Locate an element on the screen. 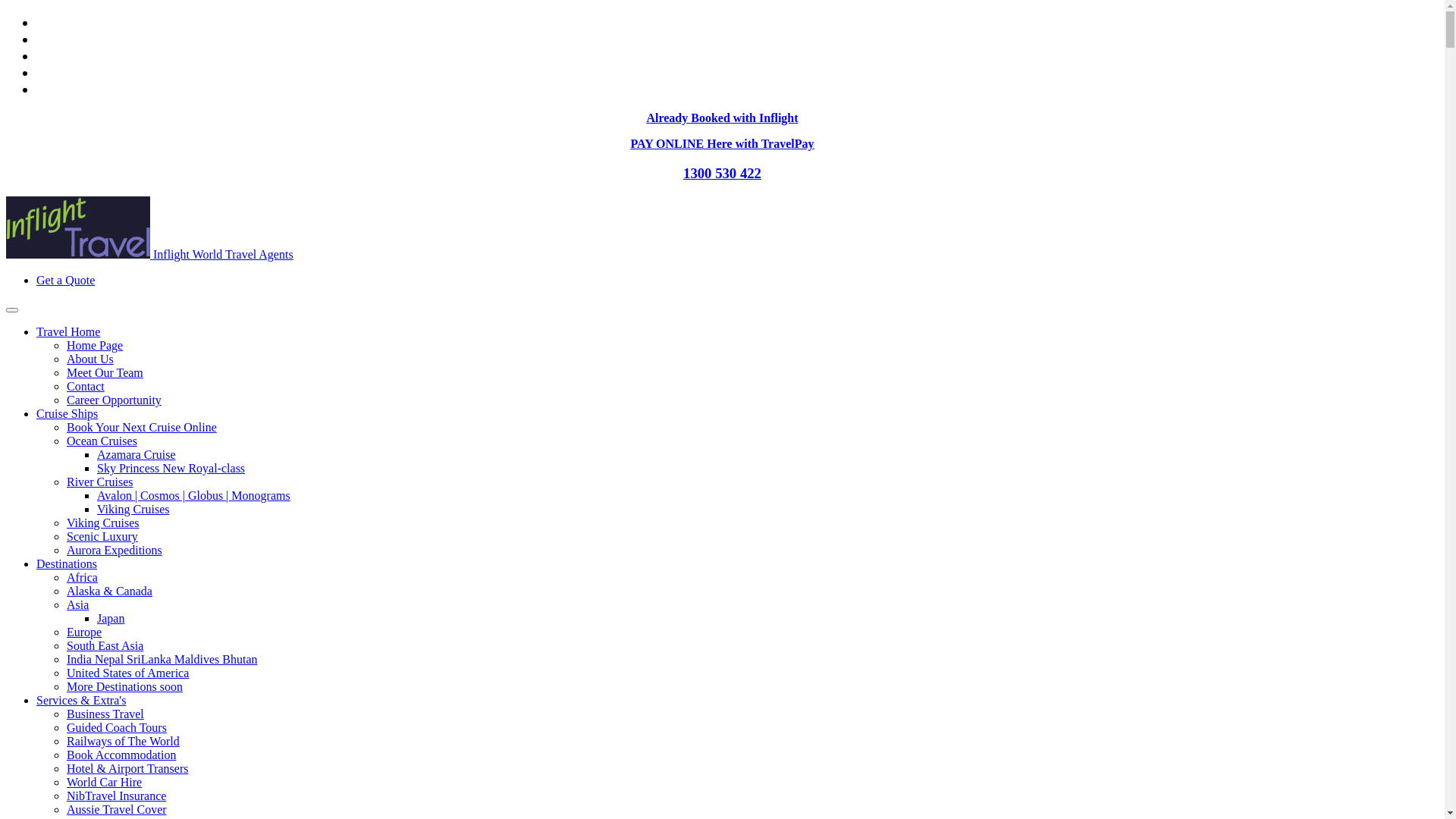  'Viking Cruises' is located at coordinates (65, 522).